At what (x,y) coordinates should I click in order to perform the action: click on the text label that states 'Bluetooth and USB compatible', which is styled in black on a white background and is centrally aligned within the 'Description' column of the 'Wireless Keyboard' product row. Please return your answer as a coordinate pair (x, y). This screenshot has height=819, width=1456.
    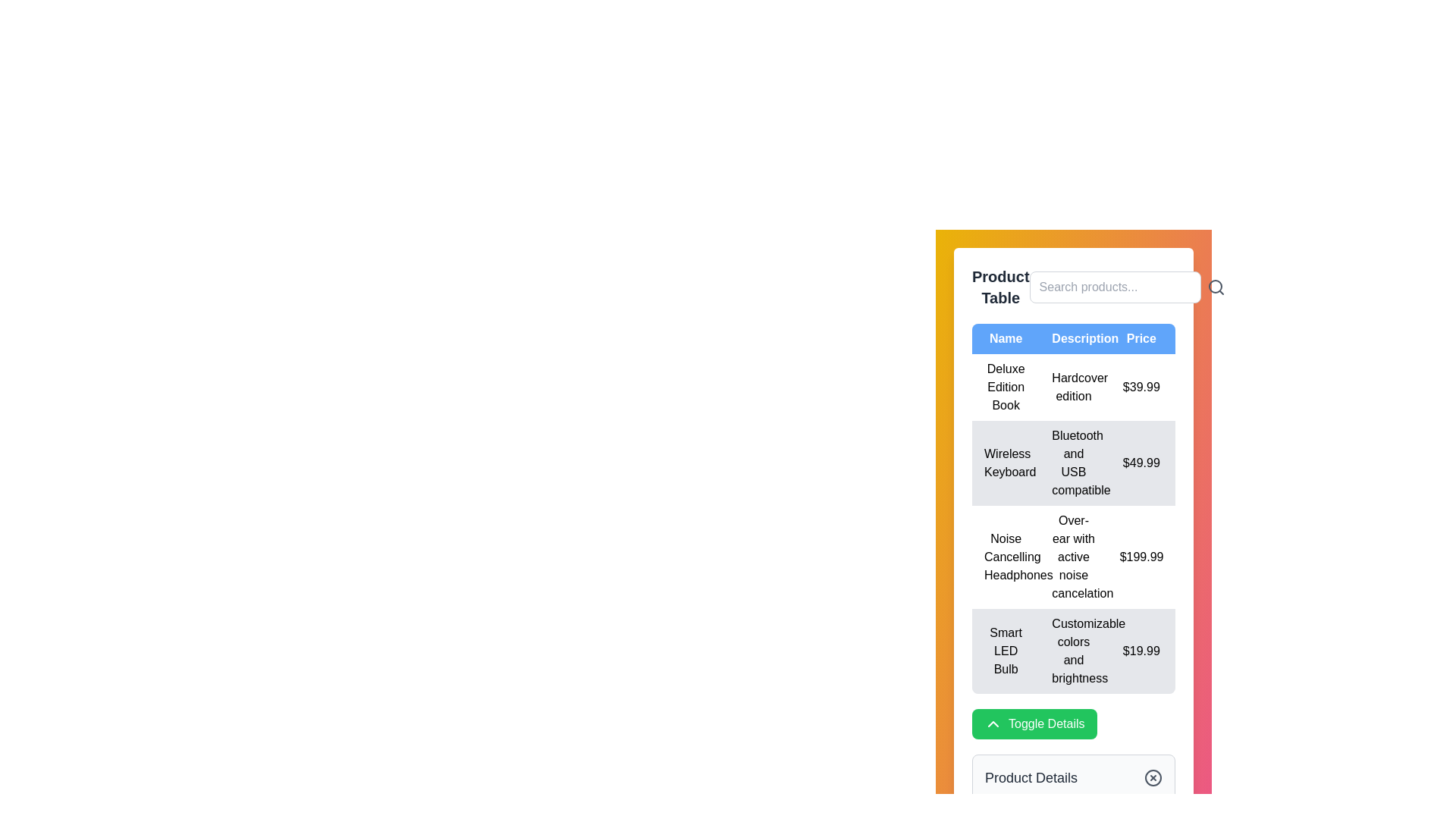
    Looking at the image, I should click on (1073, 462).